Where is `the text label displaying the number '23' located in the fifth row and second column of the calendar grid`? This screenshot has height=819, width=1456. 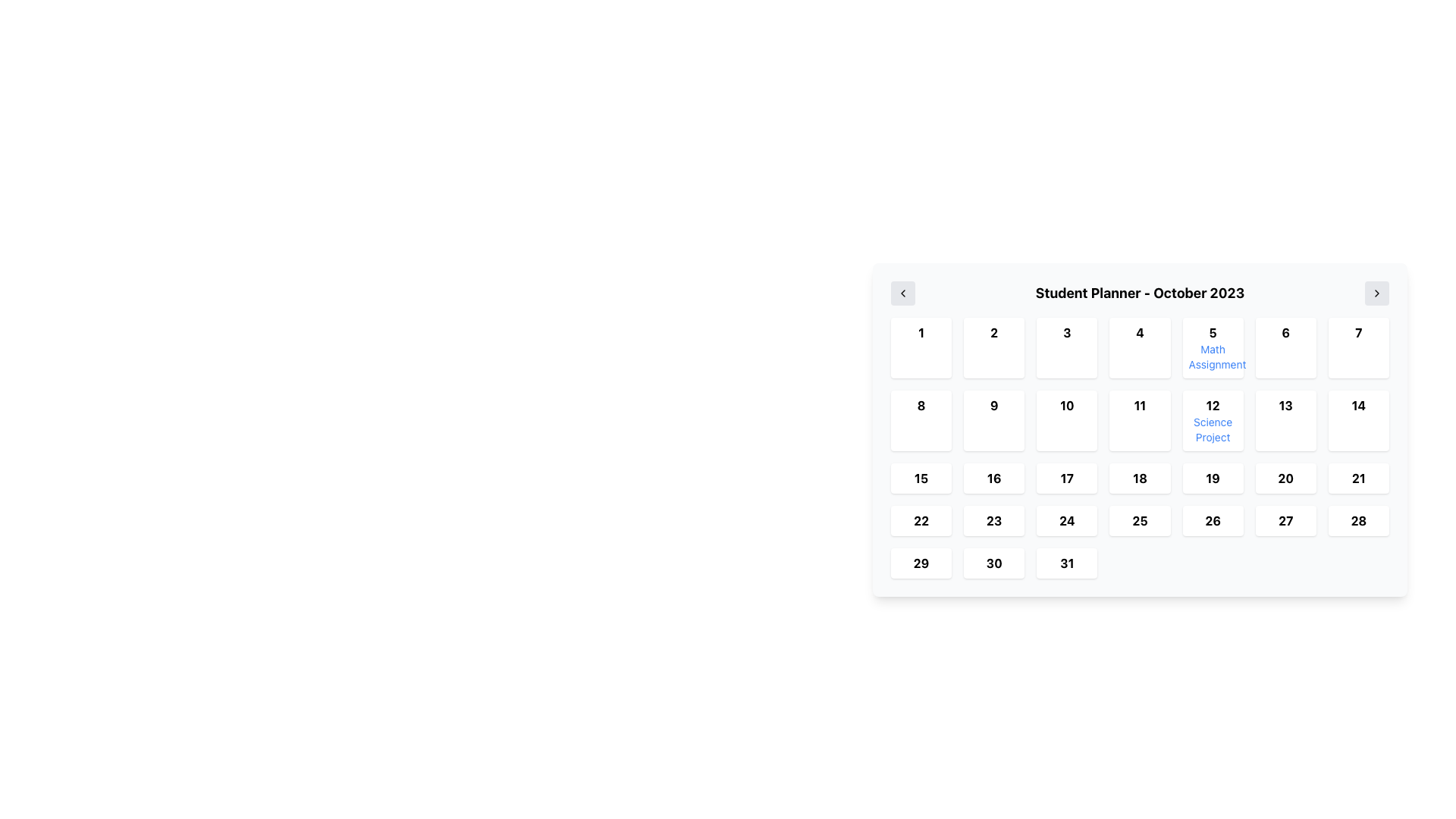 the text label displaying the number '23' located in the fifth row and second column of the calendar grid is located at coordinates (994, 519).